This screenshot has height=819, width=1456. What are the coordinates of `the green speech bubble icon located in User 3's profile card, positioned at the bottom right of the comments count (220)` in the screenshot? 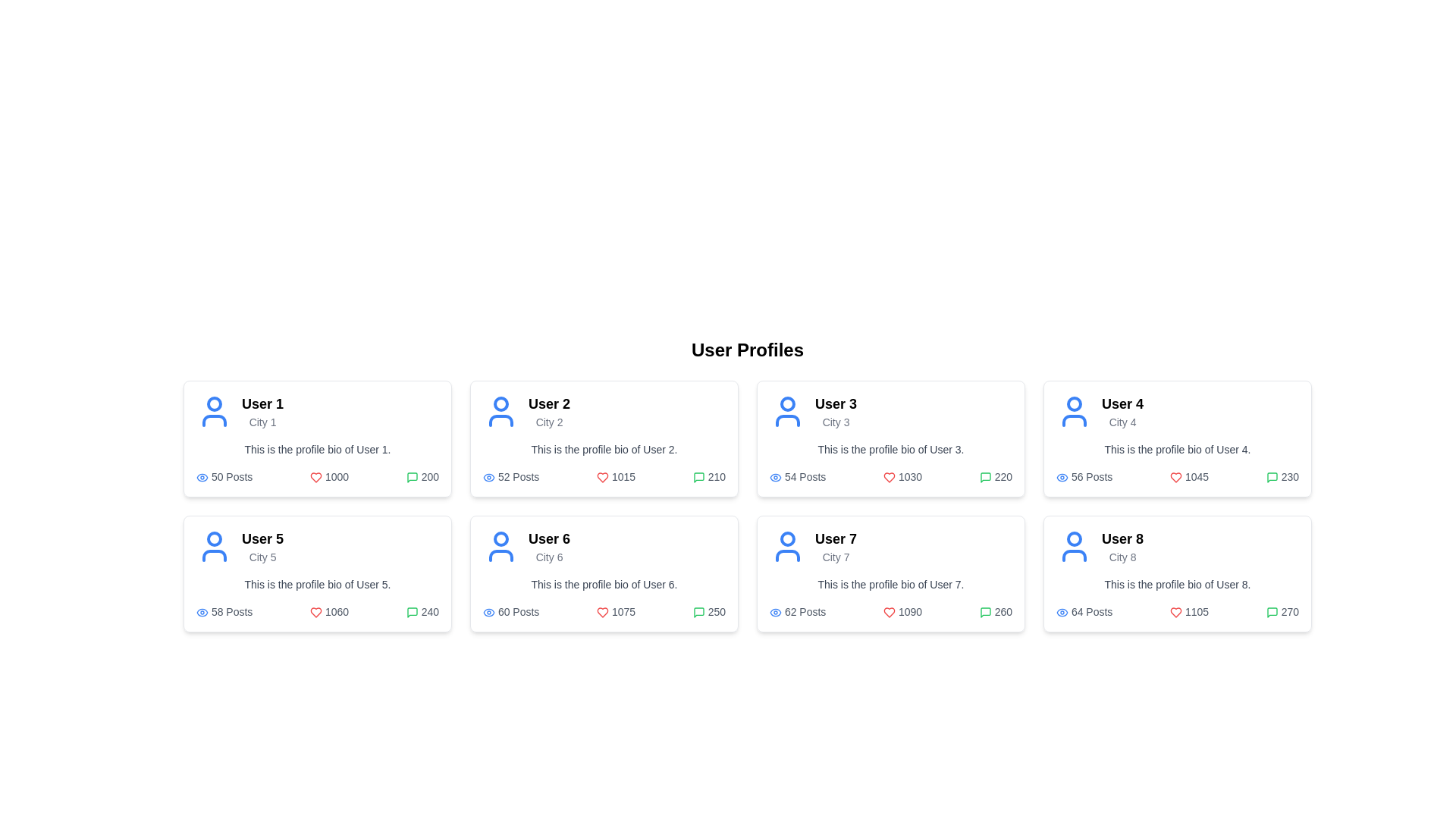 It's located at (985, 478).